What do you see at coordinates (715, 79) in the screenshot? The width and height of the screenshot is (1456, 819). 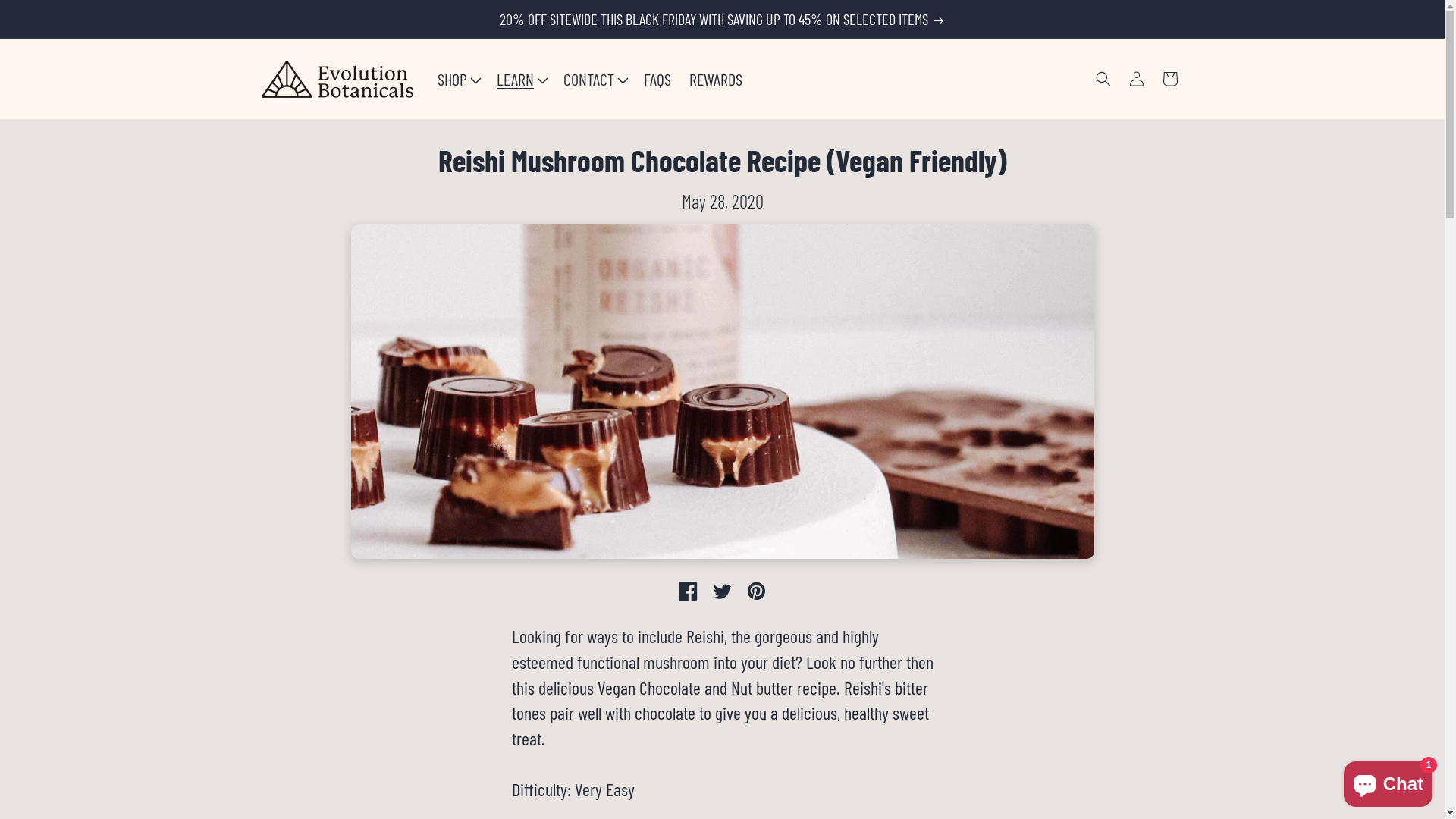 I see `'REWARDS'` at bounding box center [715, 79].